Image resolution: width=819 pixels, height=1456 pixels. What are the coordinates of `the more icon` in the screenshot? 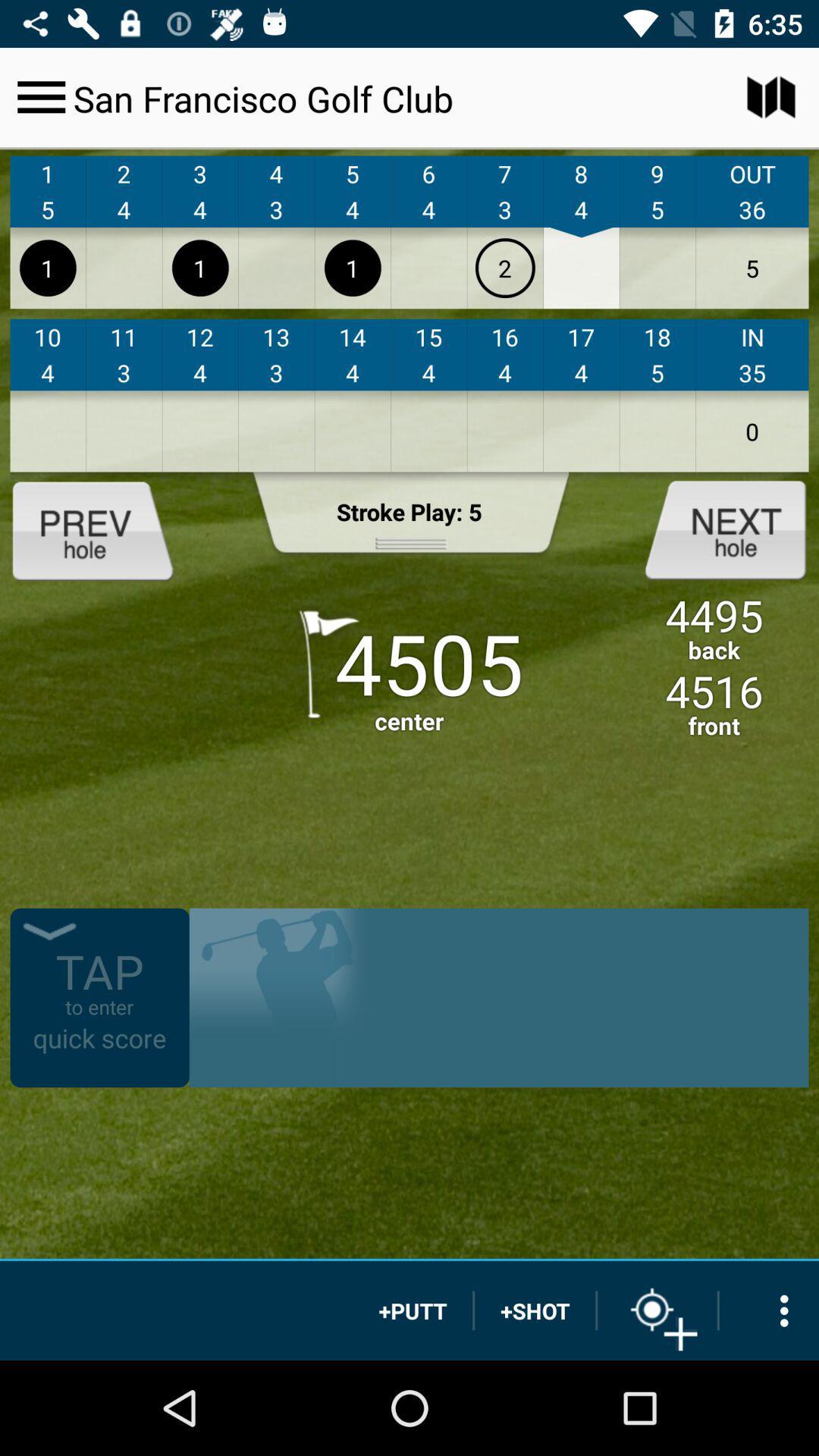 It's located at (769, 1310).